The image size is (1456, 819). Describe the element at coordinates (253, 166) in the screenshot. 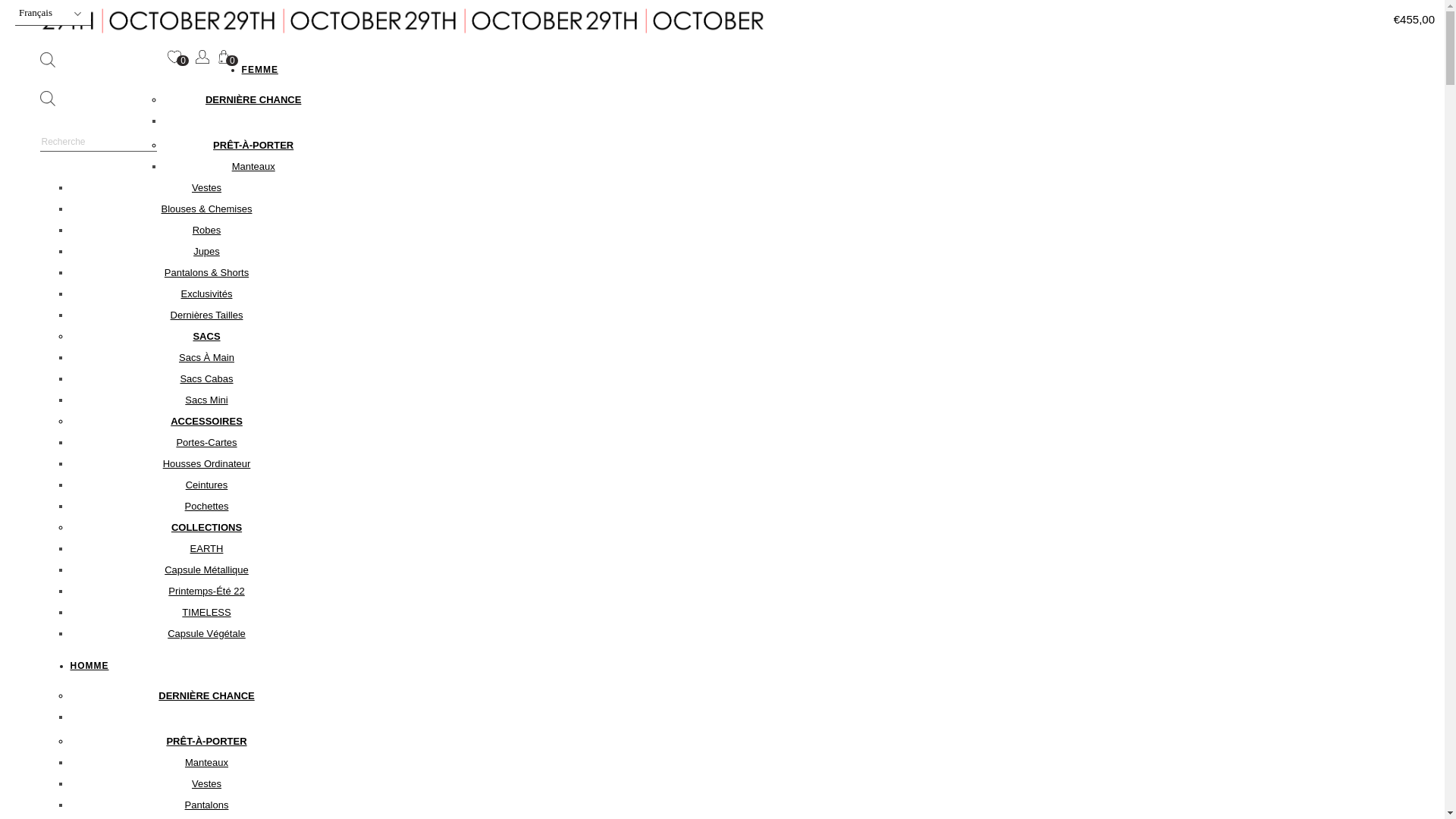

I see `'Manteaux'` at that location.